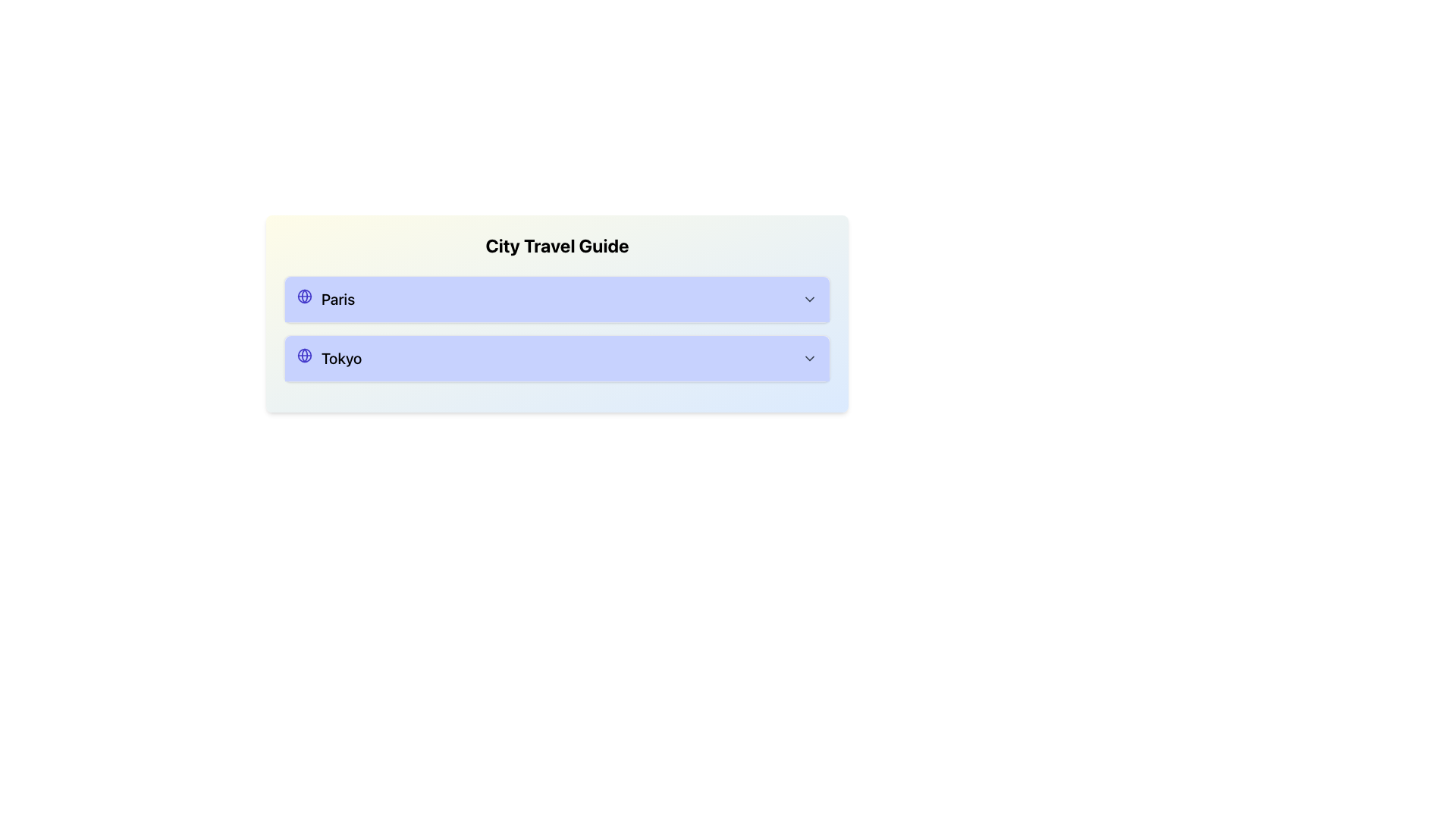  Describe the element at coordinates (304, 356) in the screenshot. I see `the aesthetic design of the circular globe-themed icon located in the second entry of the vertical list labeled 'Tokyo'` at that location.